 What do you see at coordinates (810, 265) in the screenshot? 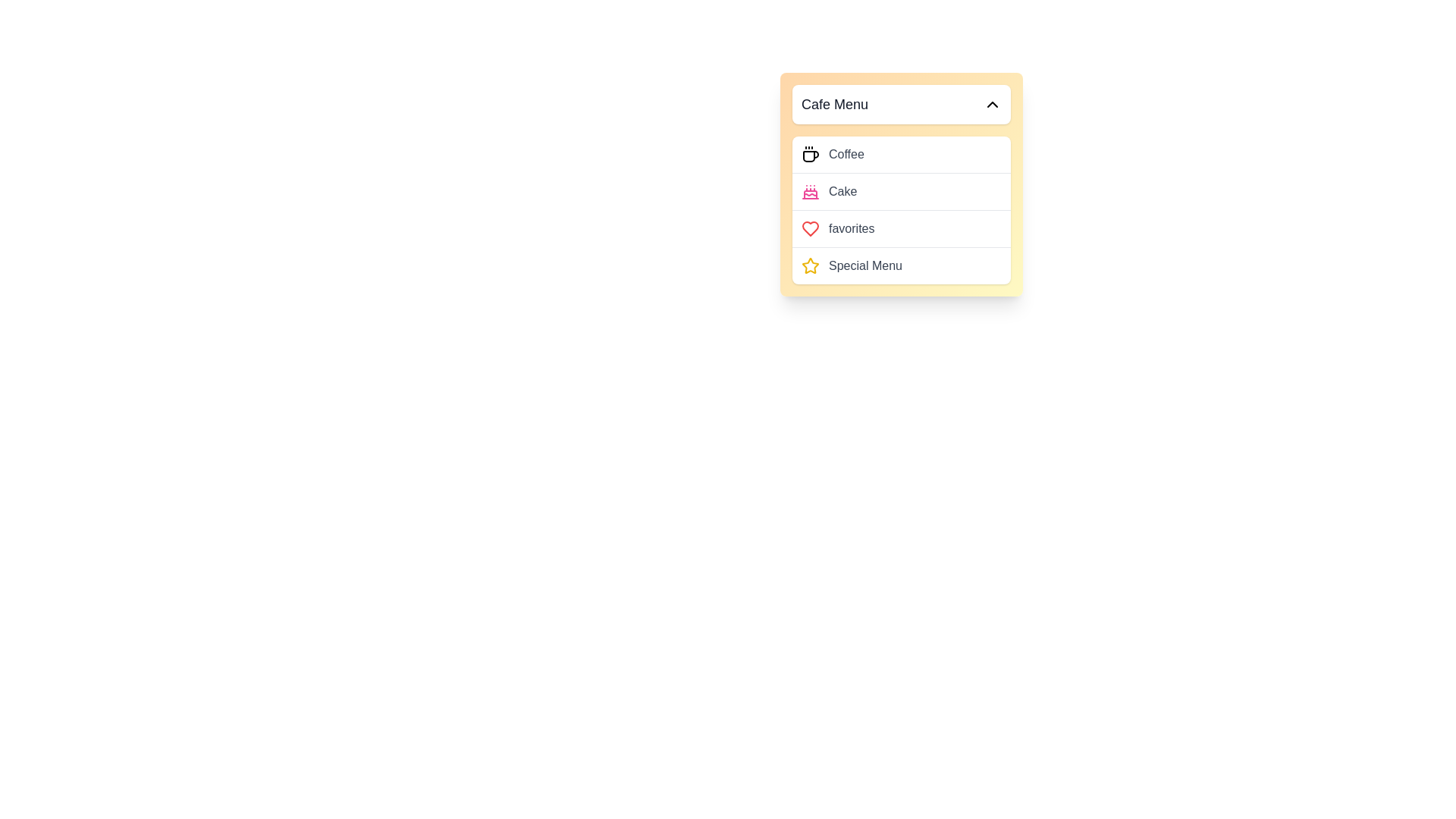
I see `the star-shaped icon with a yellow outline located to the left of the text 'Special Menu' in the fourth row of the dropdown list labeled 'Cafe Menu'` at bounding box center [810, 265].